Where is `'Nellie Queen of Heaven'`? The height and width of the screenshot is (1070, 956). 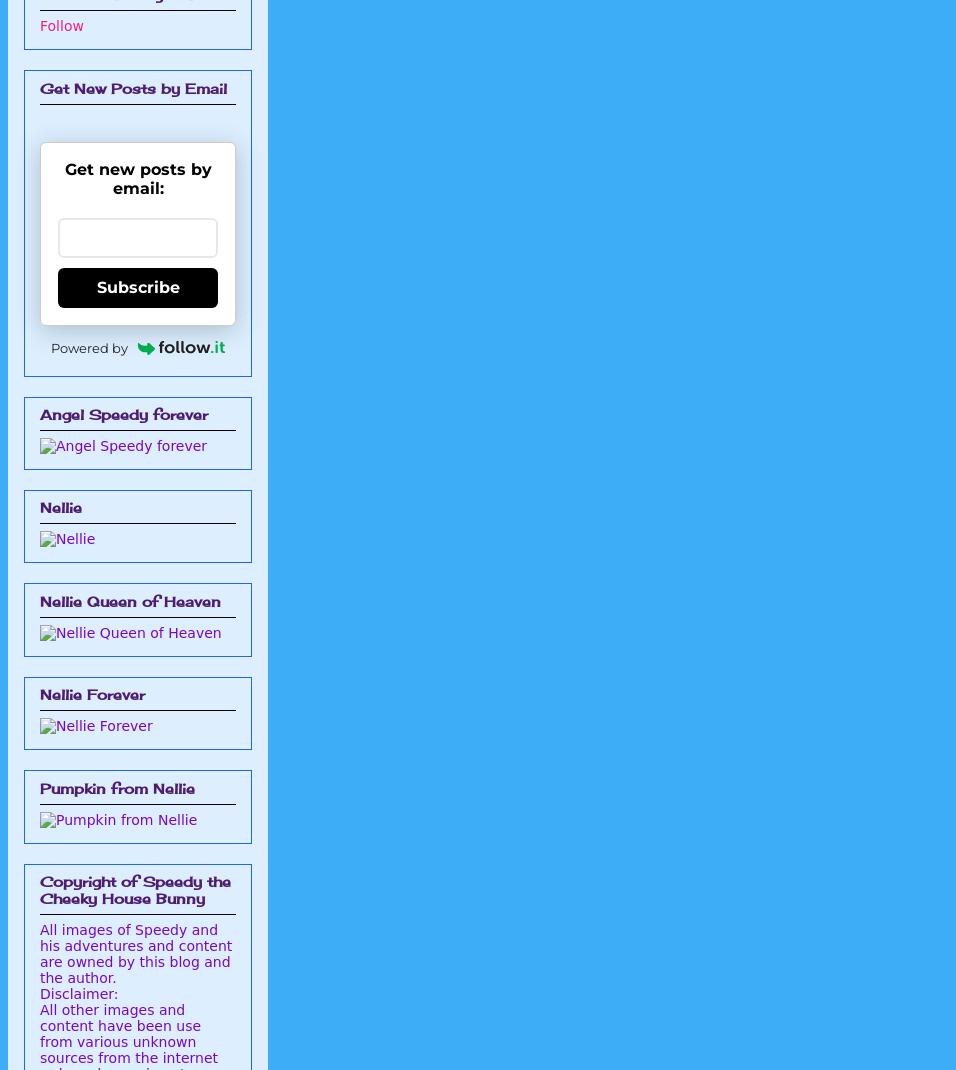 'Nellie Queen of Heaven' is located at coordinates (38, 599).